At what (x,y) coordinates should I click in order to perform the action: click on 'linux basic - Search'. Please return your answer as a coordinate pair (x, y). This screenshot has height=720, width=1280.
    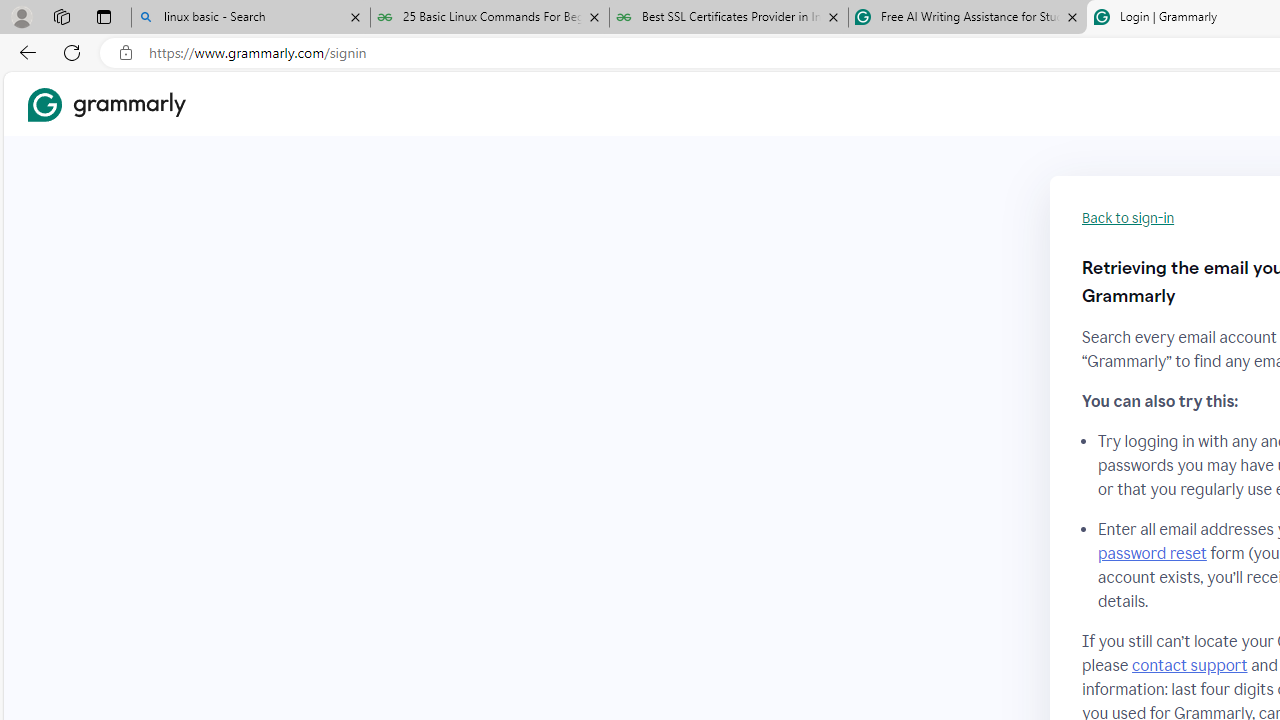
    Looking at the image, I should click on (249, 17).